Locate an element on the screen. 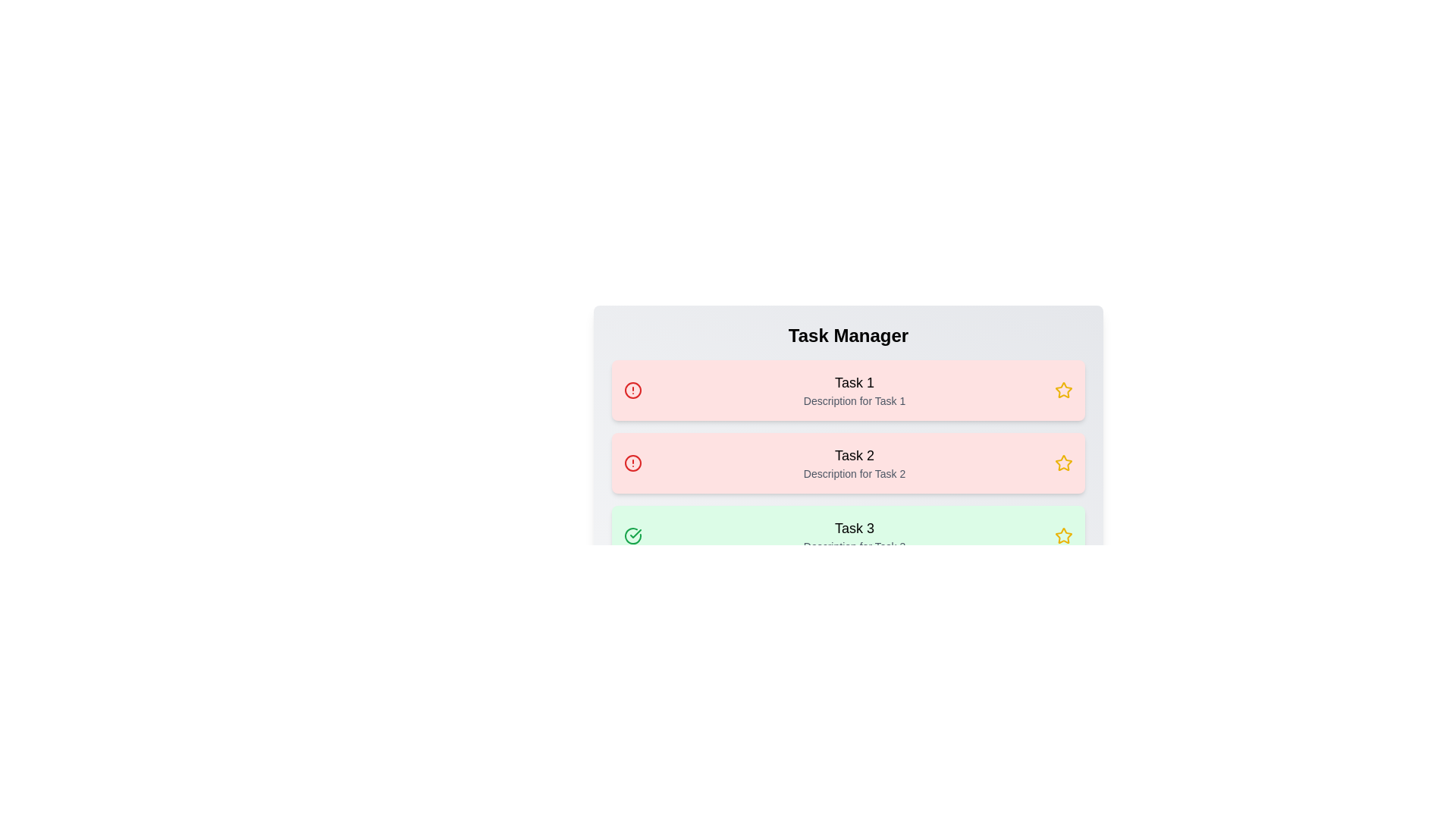 This screenshot has width=1456, height=819. the task row corresponding to 2 to toggle its completion state is located at coordinates (847, 462).